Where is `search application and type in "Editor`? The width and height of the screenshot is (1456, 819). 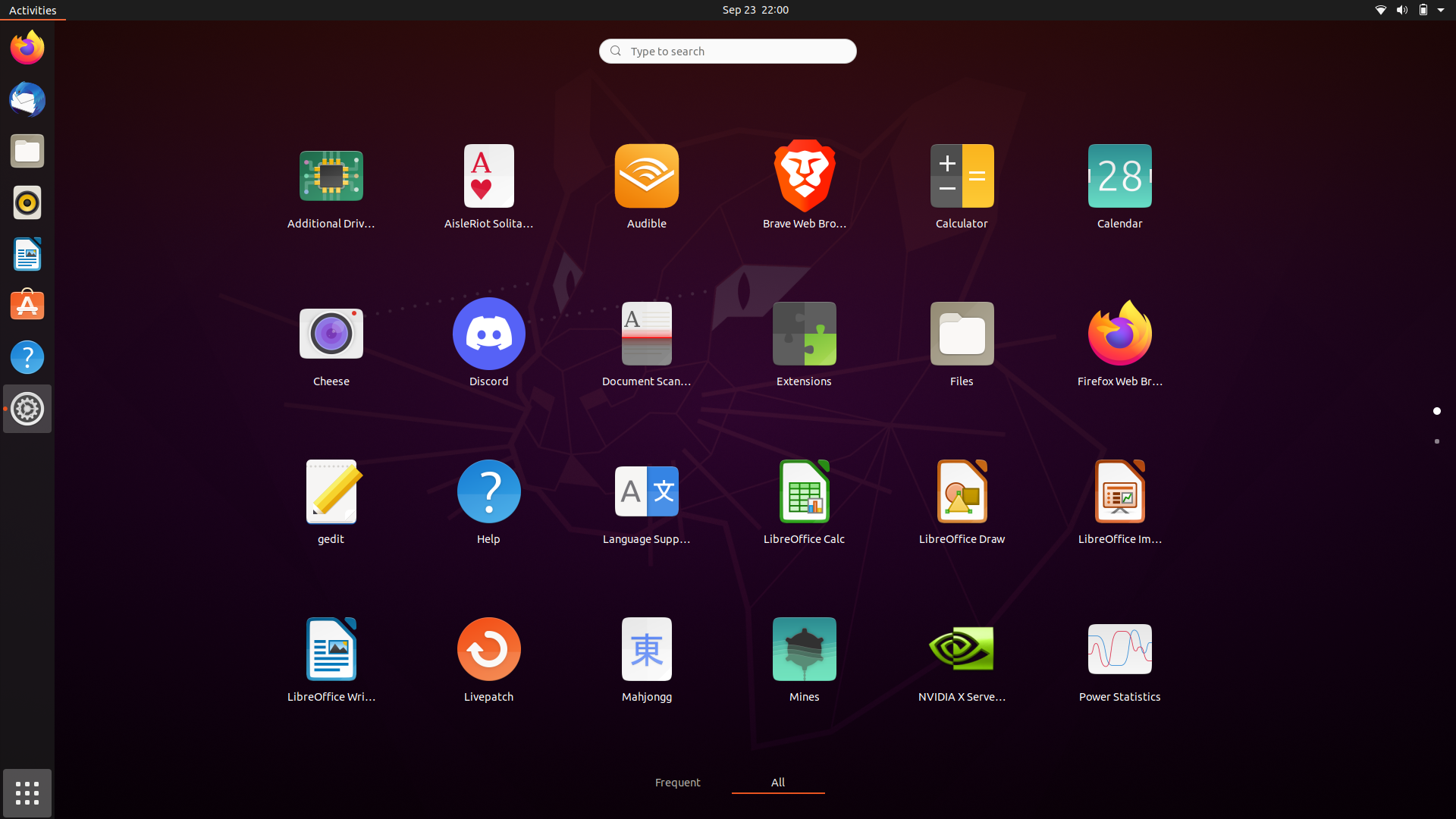
search application and type in "Editor is located at coordinates (726, 49).